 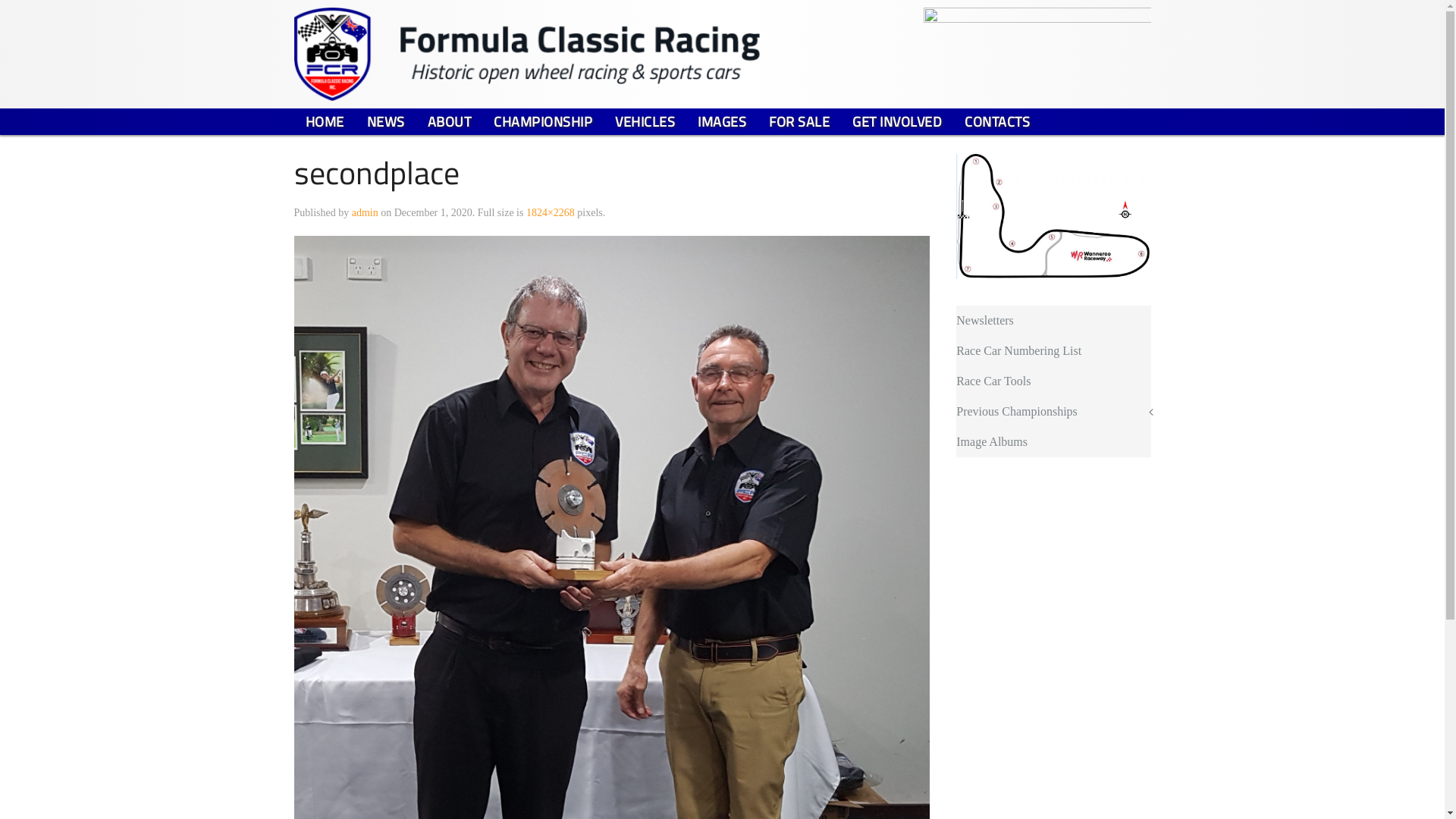 I want to click on 'NEWS', so click(x=385, y=121).